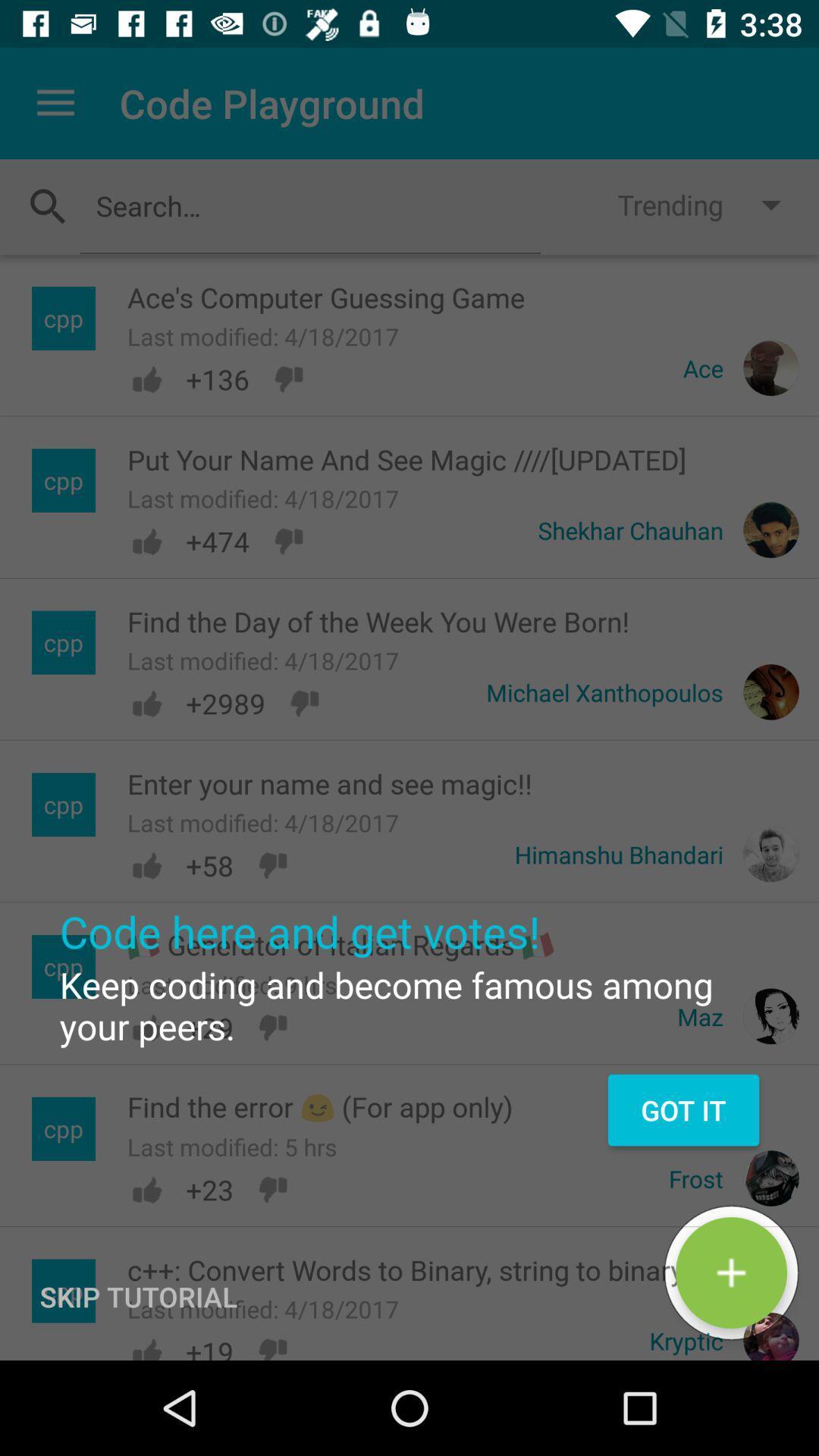 This screenshot has width=819, height=1456. Describe the element at coordinates (730, 1272) in the screenshot. I see `item to the right of last modified 4` at that location.